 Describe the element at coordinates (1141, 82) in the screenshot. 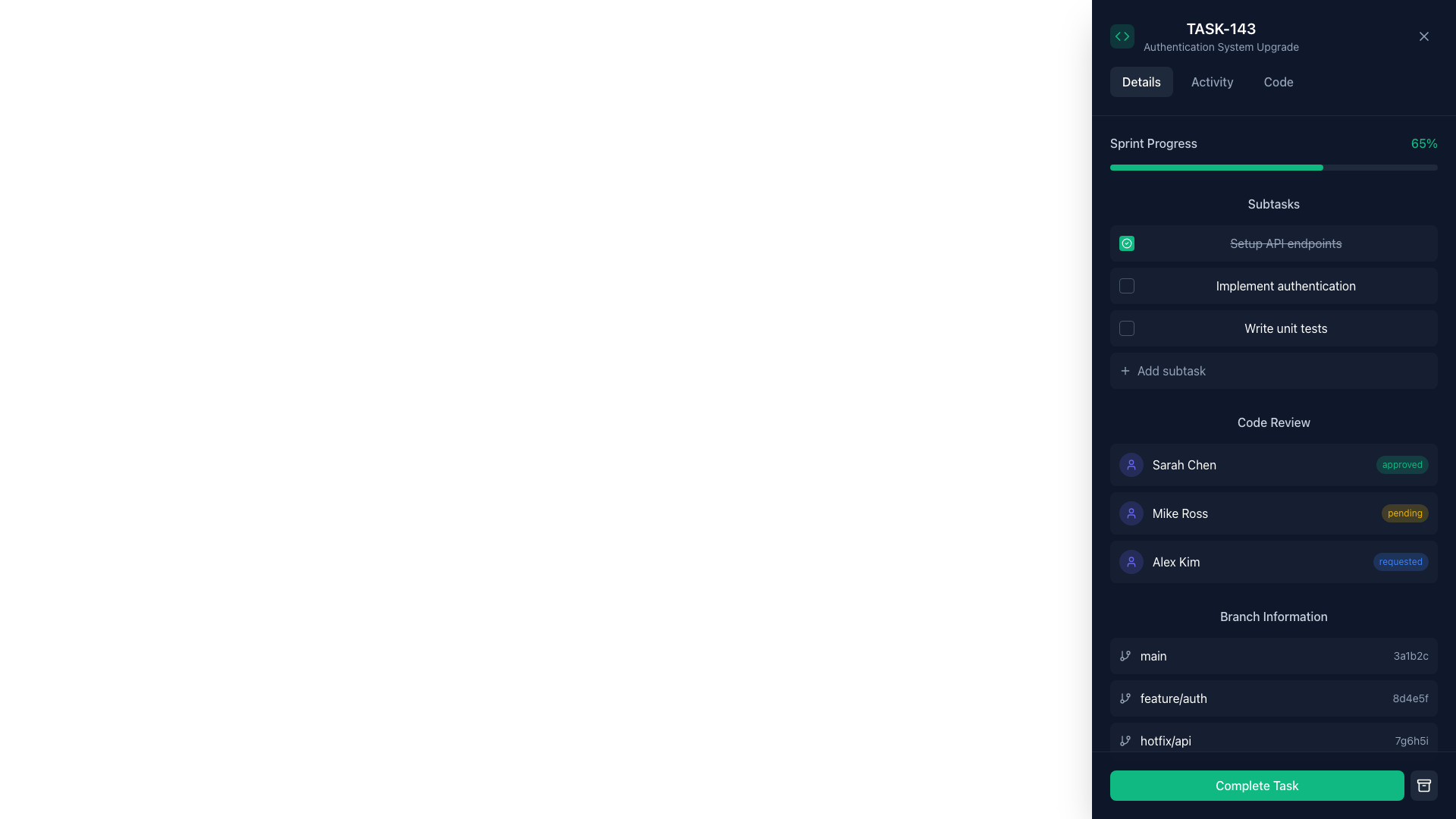

I see `the first button labeled 'Details' in the top-left area of the panel` at that location.